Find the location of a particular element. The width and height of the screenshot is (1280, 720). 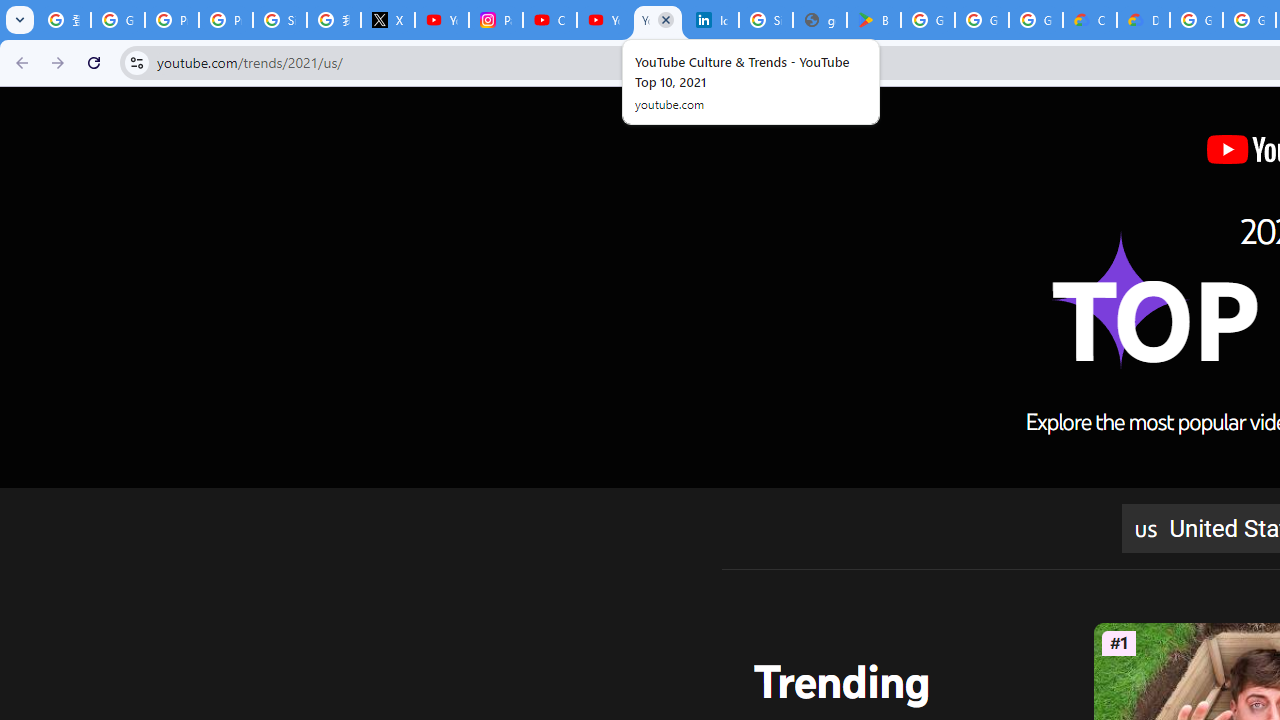

'google_privacy_policy_en.pdf' is located at coordinates (819, 20).